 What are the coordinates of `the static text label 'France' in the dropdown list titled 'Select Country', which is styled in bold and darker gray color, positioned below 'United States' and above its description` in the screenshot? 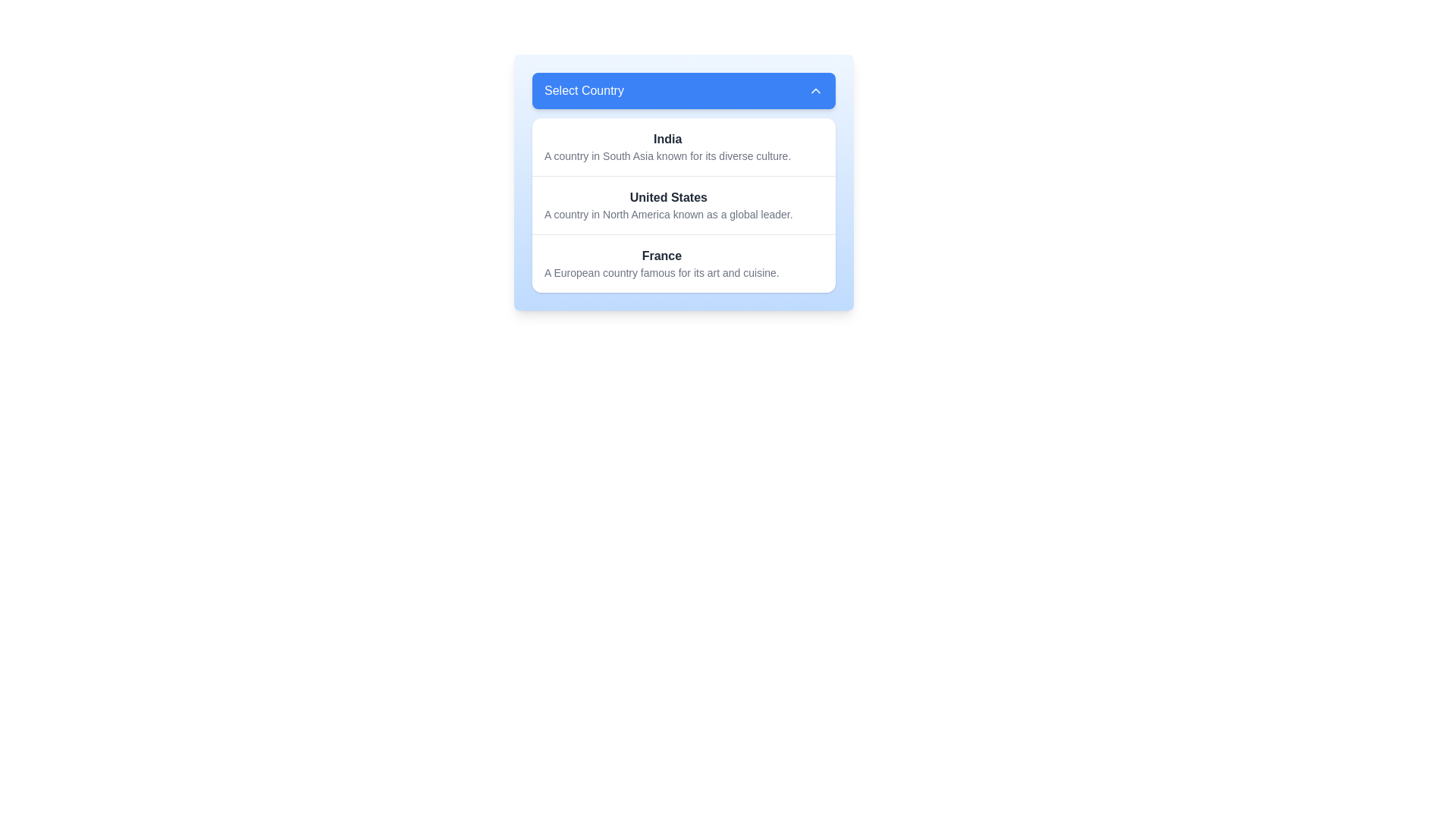 It's located at (661, 256).